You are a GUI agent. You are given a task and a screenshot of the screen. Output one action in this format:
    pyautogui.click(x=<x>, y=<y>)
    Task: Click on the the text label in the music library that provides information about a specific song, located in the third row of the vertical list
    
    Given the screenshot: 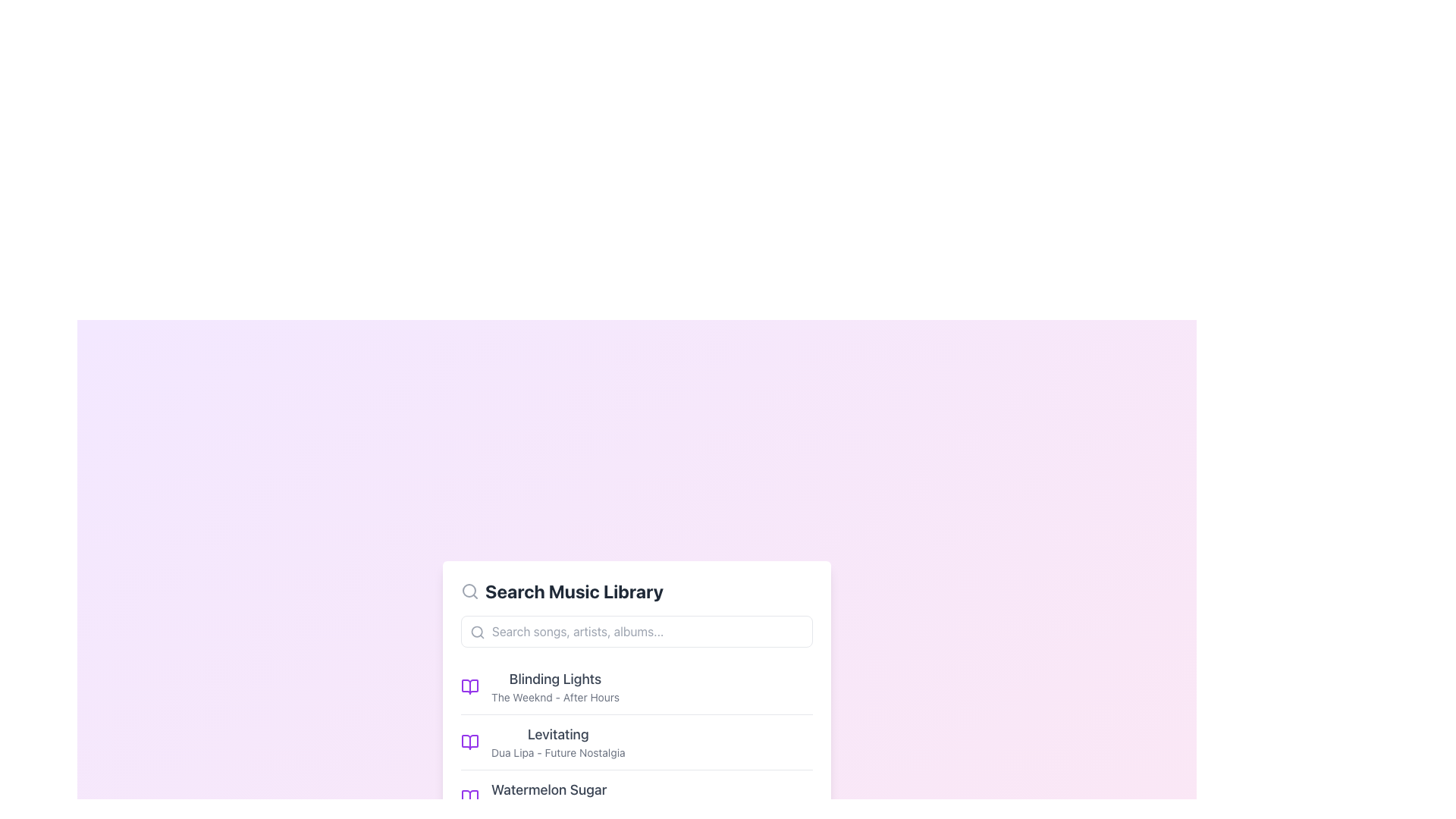 What is the action you would take?
    pyautogui.click(x=548, y=796)
    